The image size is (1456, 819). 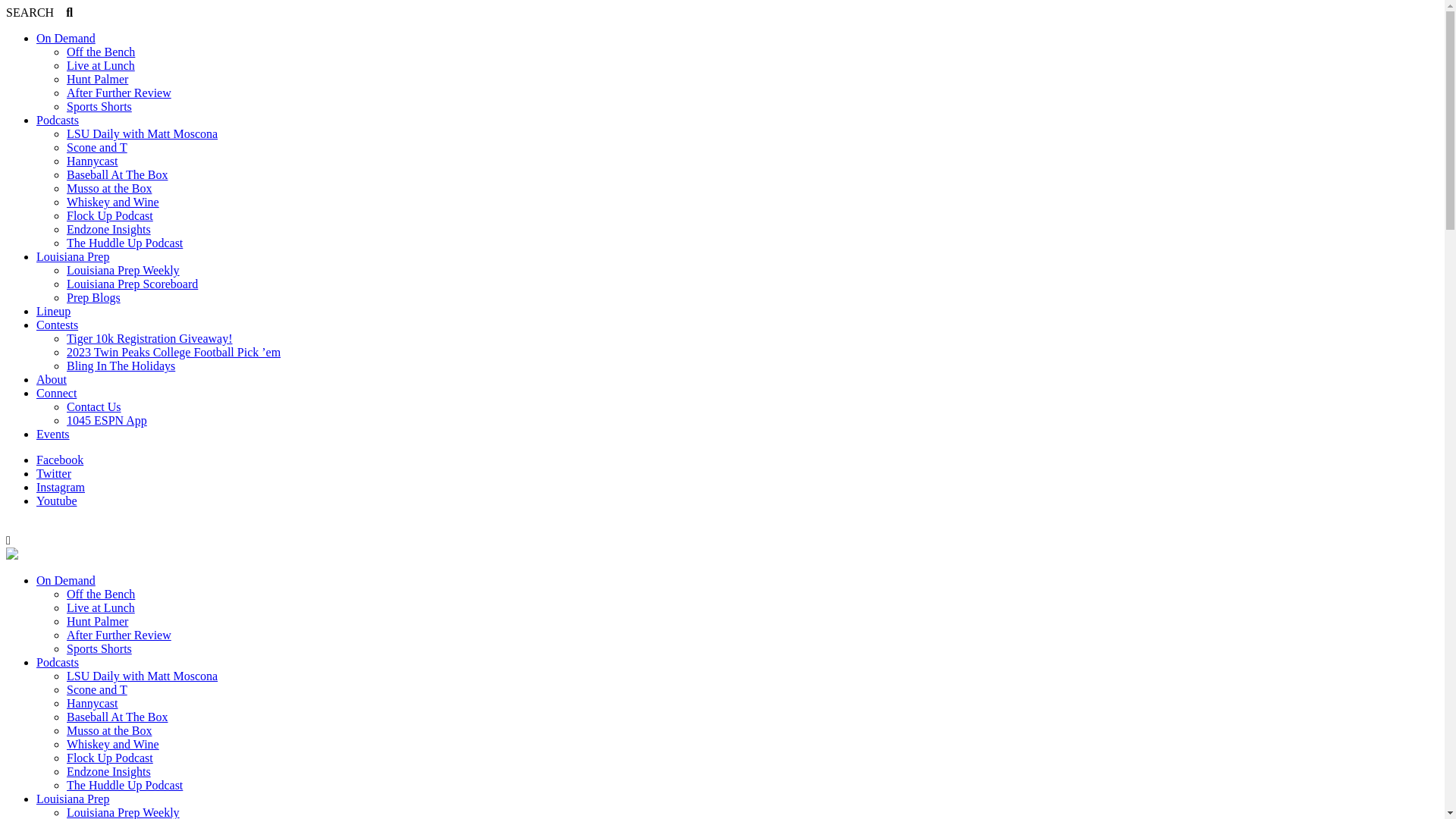 I want to click on 'Whiskey and Wine', so click(x=65, y=743).